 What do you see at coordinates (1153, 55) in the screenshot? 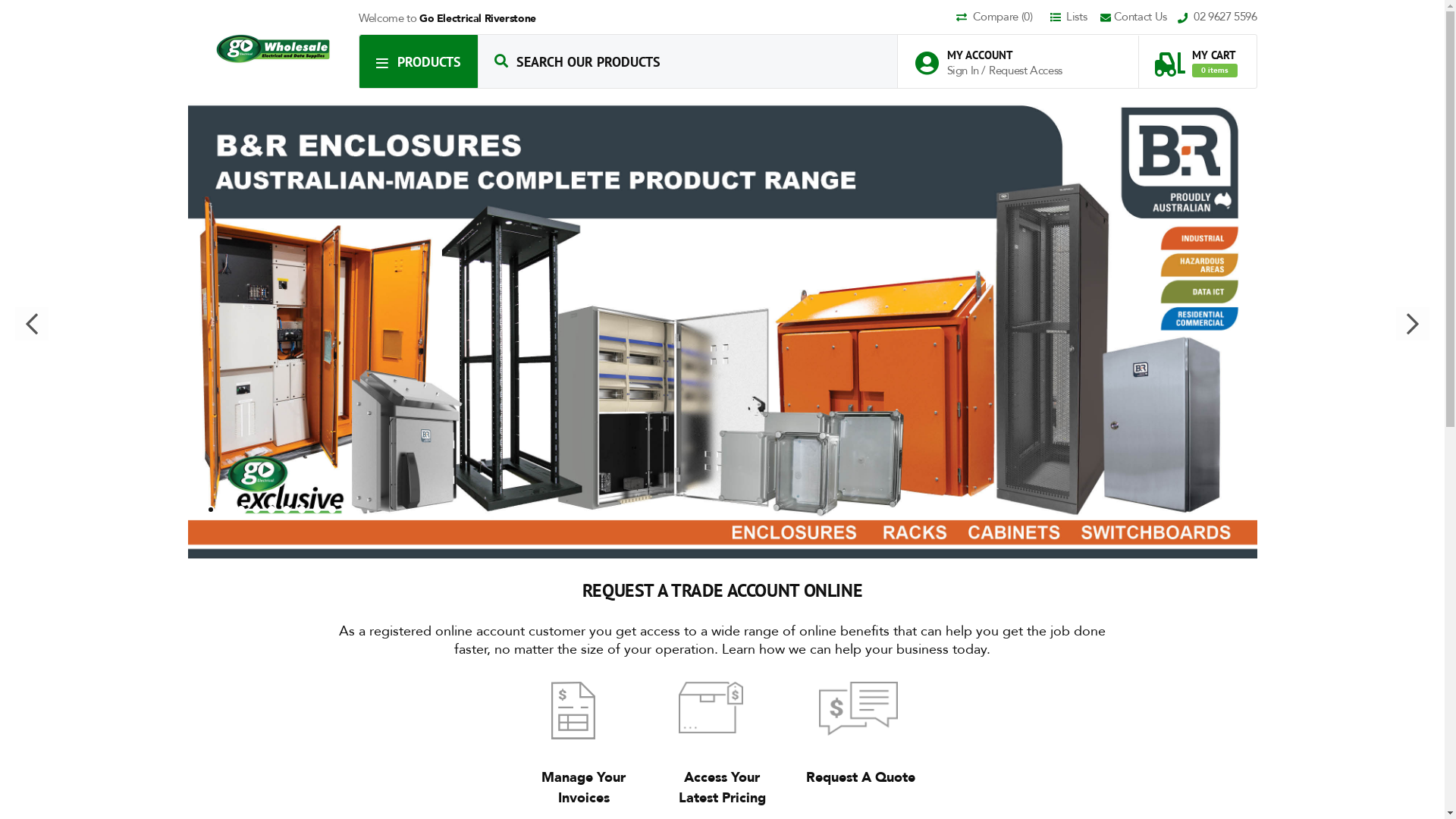
I see `'MY CART` at bounding box center [1153, 55].